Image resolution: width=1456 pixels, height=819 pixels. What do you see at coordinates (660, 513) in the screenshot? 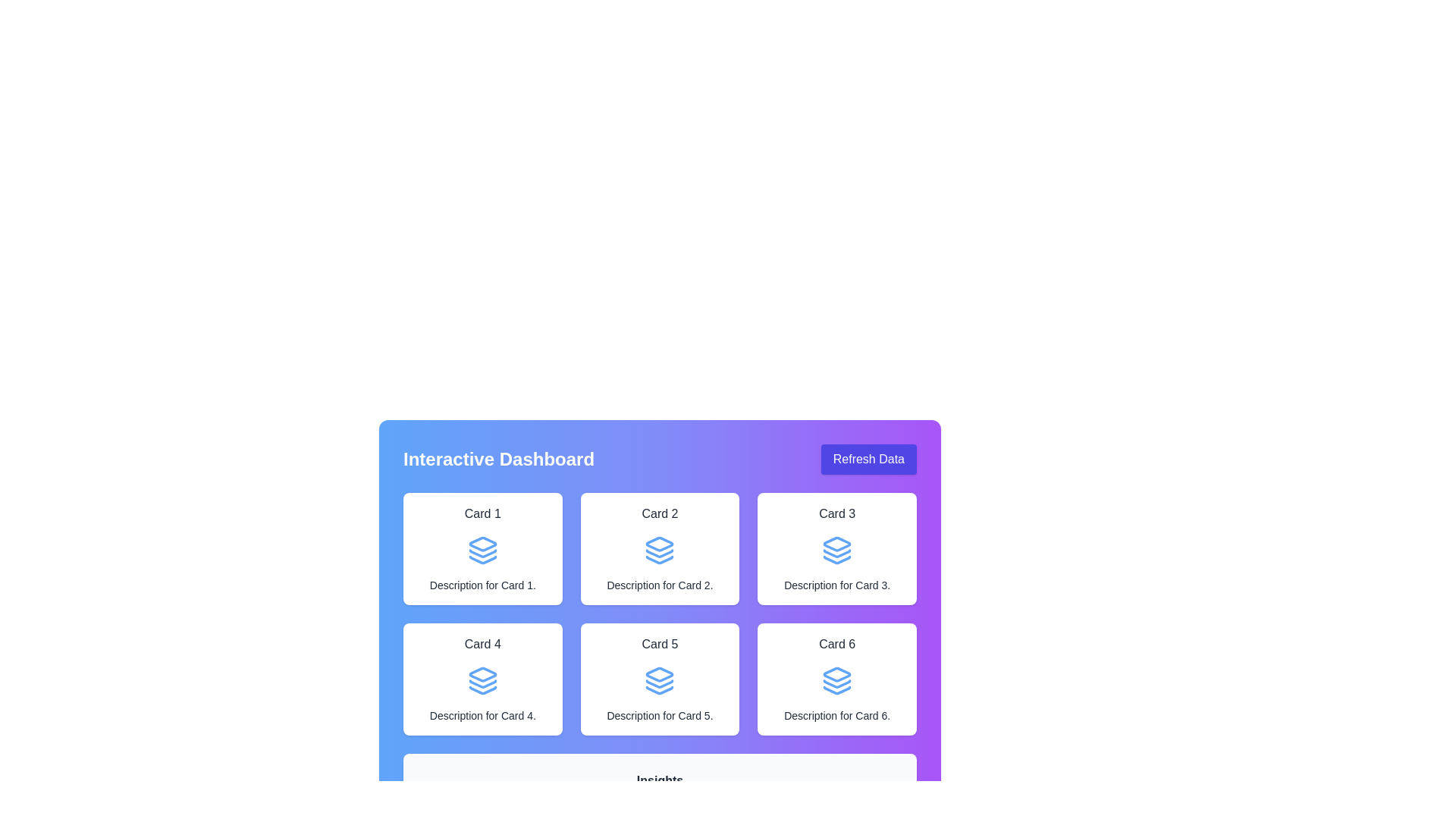
I see `the title text label for 'Card 2', which is positioned at the top of the card and helps users identify the card's purpose` at bounding box center [660, 513].